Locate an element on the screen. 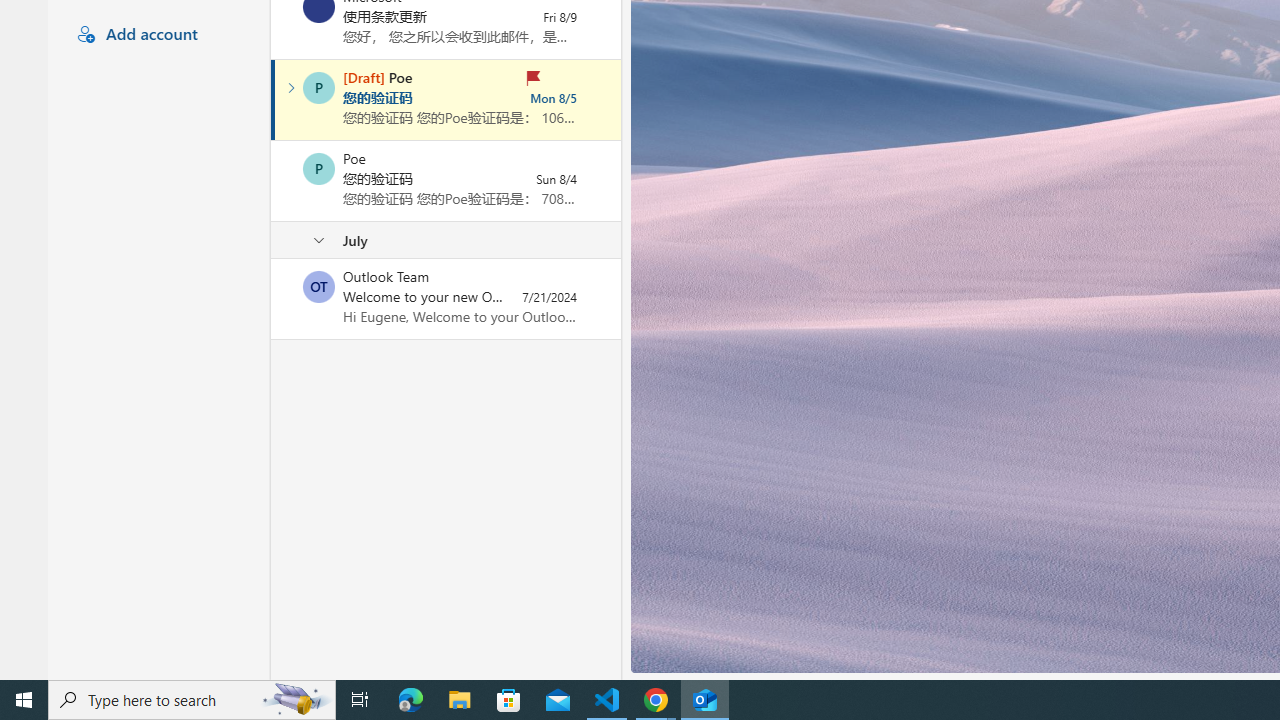 The width and height of the screenshot is (1280, 720). 'Expand conversation' is located at coordinates (290, 87).